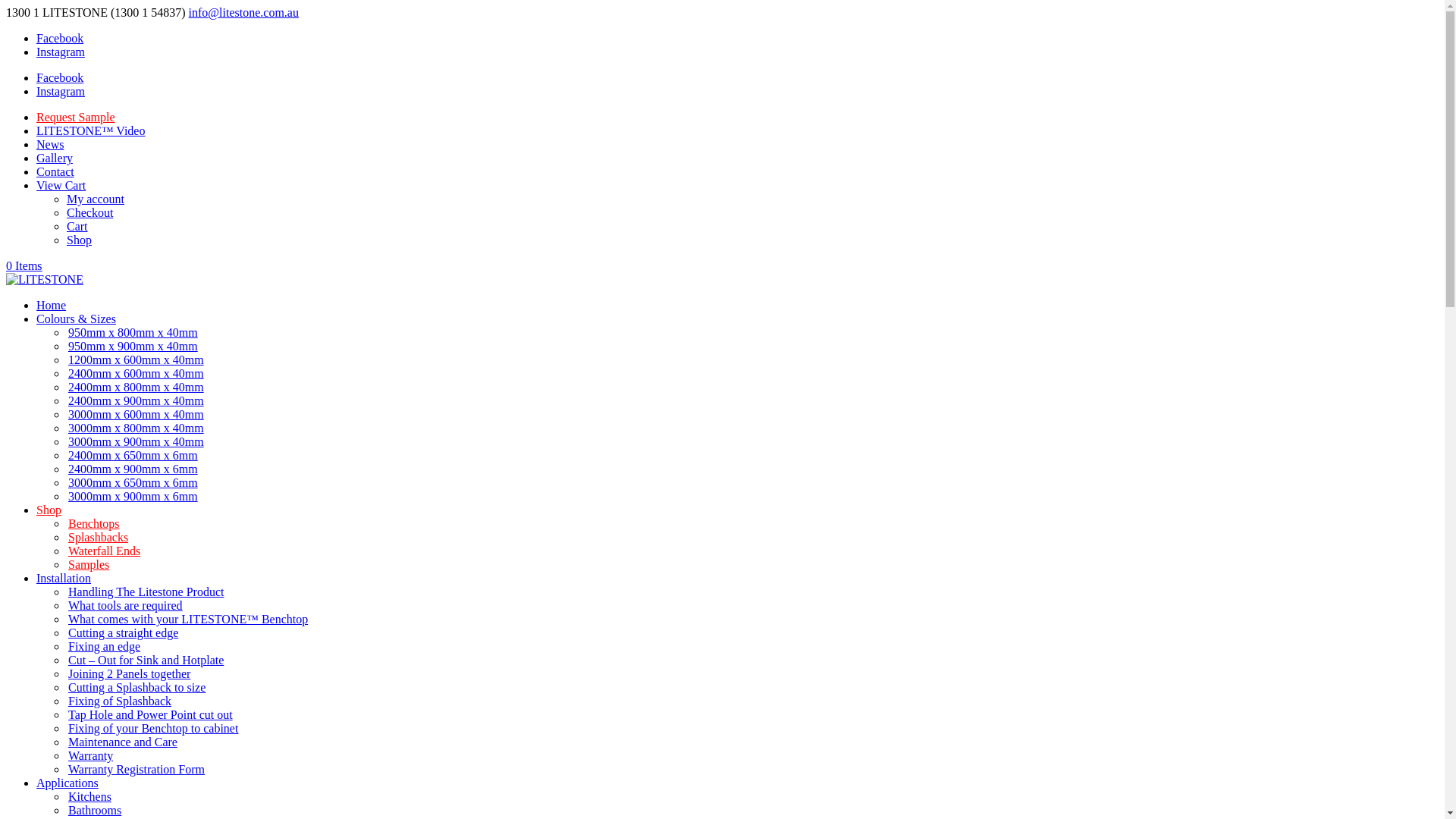 The image size is (1456, 819). Describe the element at coordinates (103, 551) in the screenshot. I see `'Waterfall Ends'` at that location.